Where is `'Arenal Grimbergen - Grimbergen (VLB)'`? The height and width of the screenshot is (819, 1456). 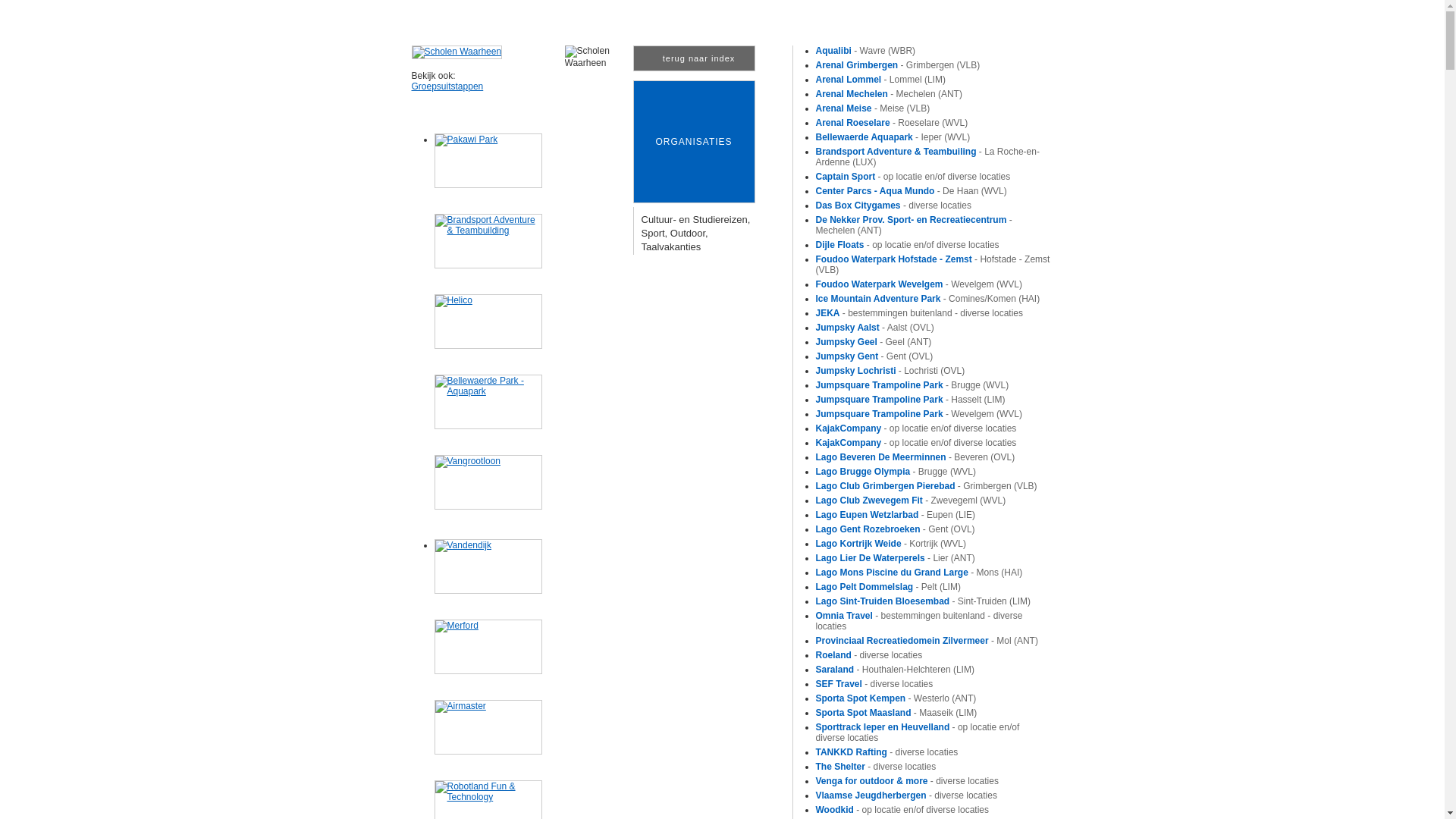 'Arenal Grimbergen - Grimbergen (VLB)' is located at coordinates (898, 64).